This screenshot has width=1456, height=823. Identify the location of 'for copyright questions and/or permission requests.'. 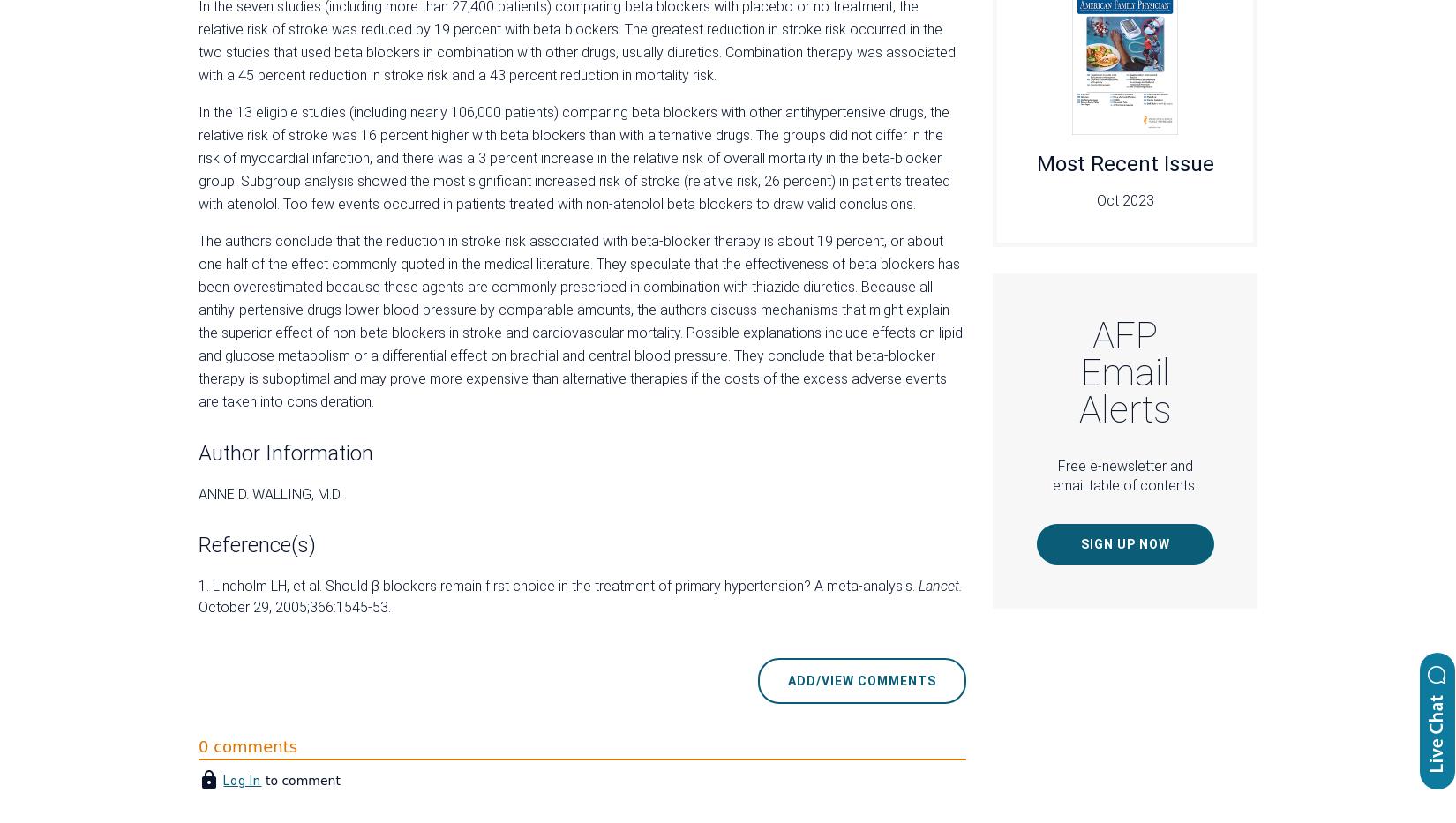
(687, 475).